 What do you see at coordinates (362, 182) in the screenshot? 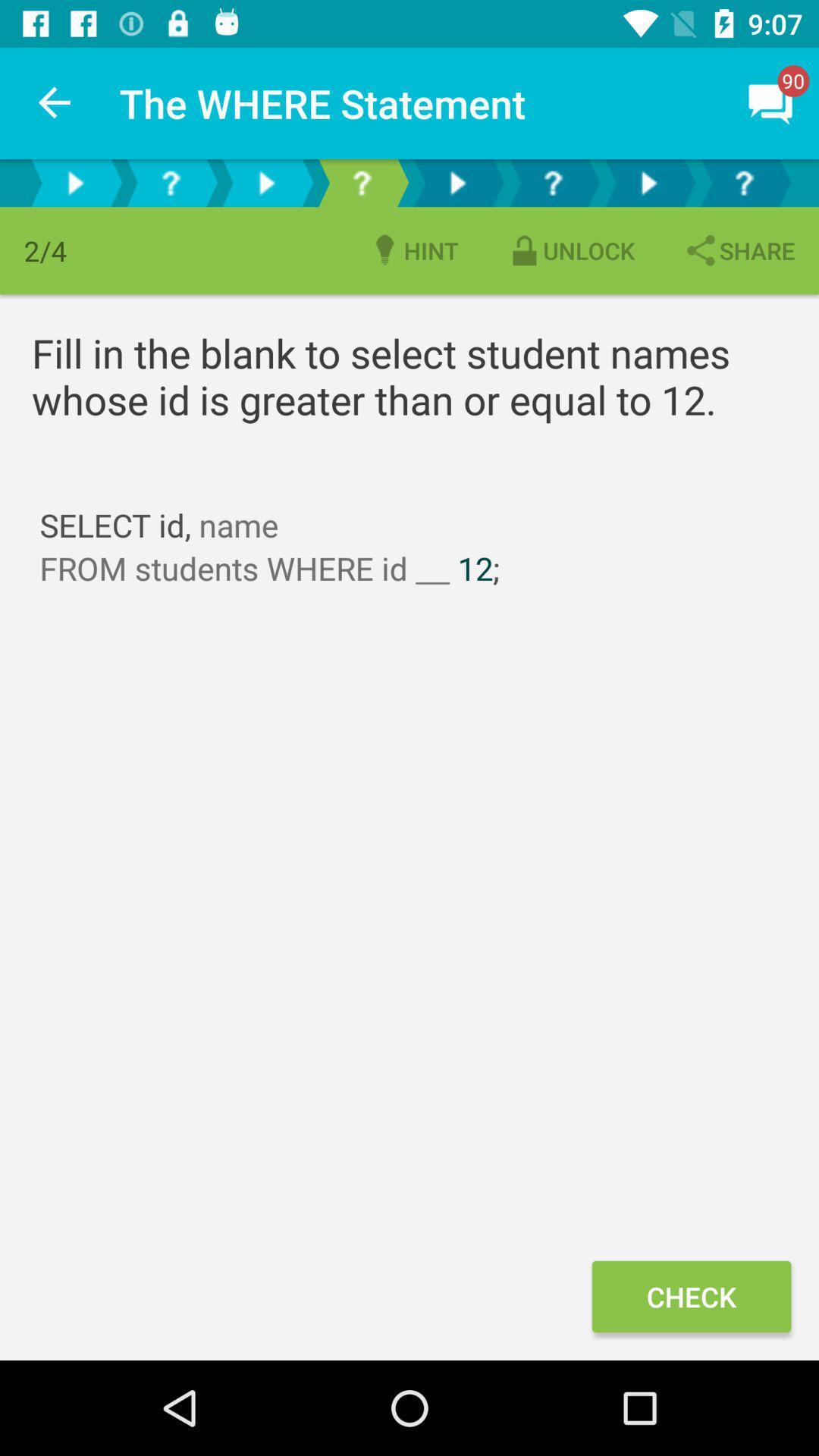
I see `help the article` at bounding box center [362, 182].